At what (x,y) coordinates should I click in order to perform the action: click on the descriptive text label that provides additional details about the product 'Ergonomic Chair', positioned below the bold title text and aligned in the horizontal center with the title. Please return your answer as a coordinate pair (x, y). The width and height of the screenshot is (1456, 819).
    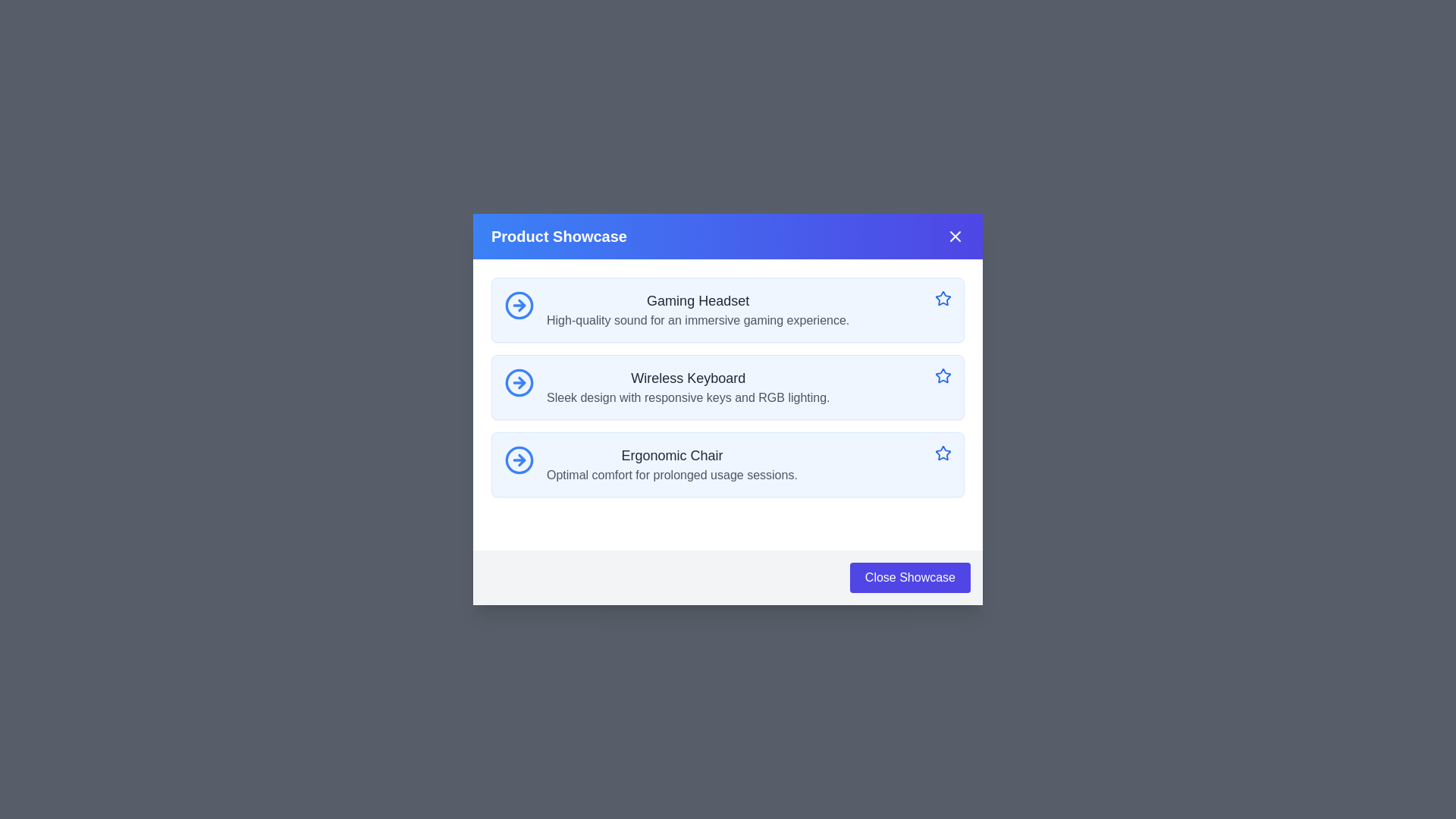
    Looking at the image, I should click on (671, 475).